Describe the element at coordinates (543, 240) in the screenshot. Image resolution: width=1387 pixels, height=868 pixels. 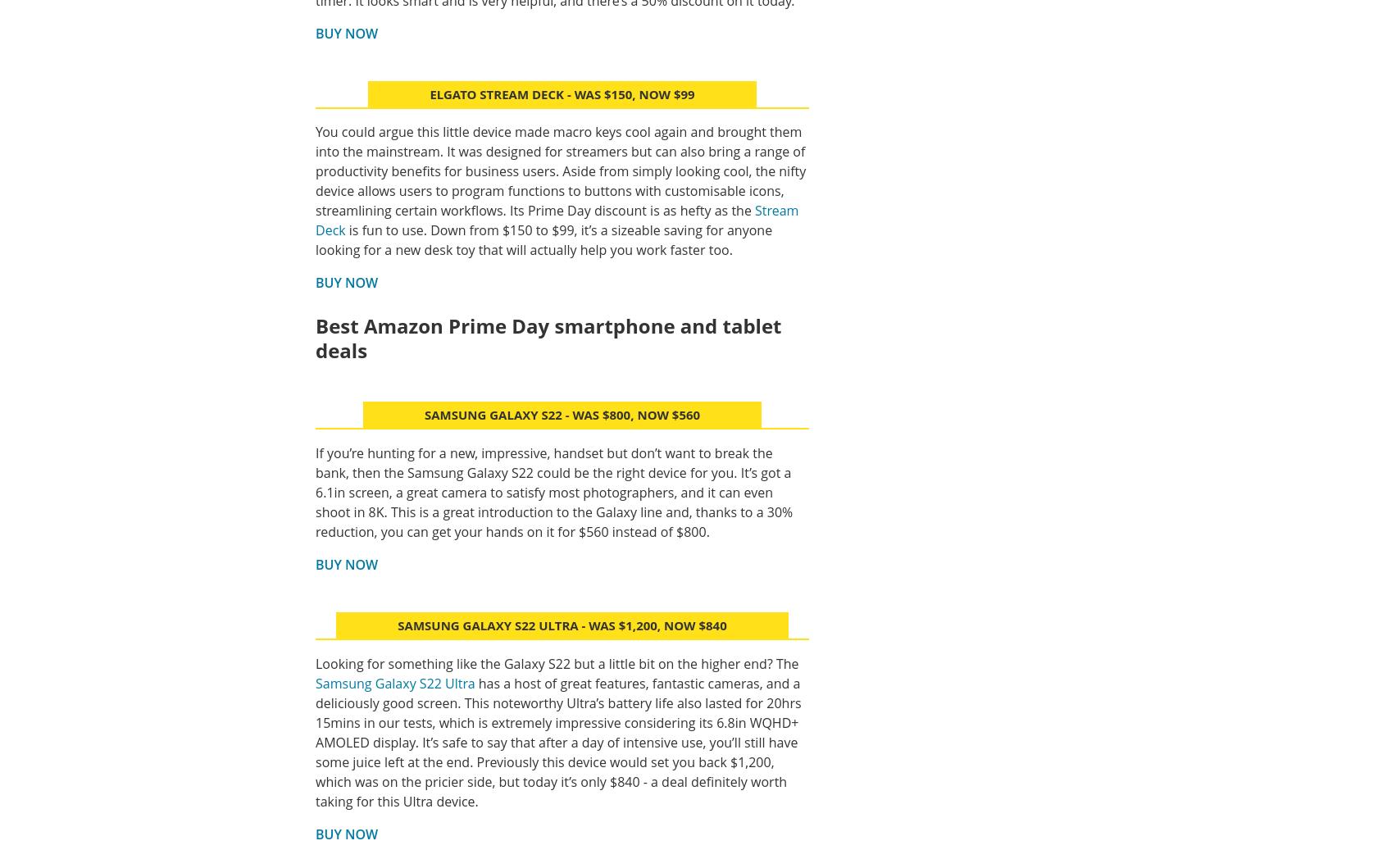
I see `'is fun to use. Down from $150 to $99, it’s a sizeable saving for anyone looking for a new desk toy that will actually help you work faster too.'` at that location.